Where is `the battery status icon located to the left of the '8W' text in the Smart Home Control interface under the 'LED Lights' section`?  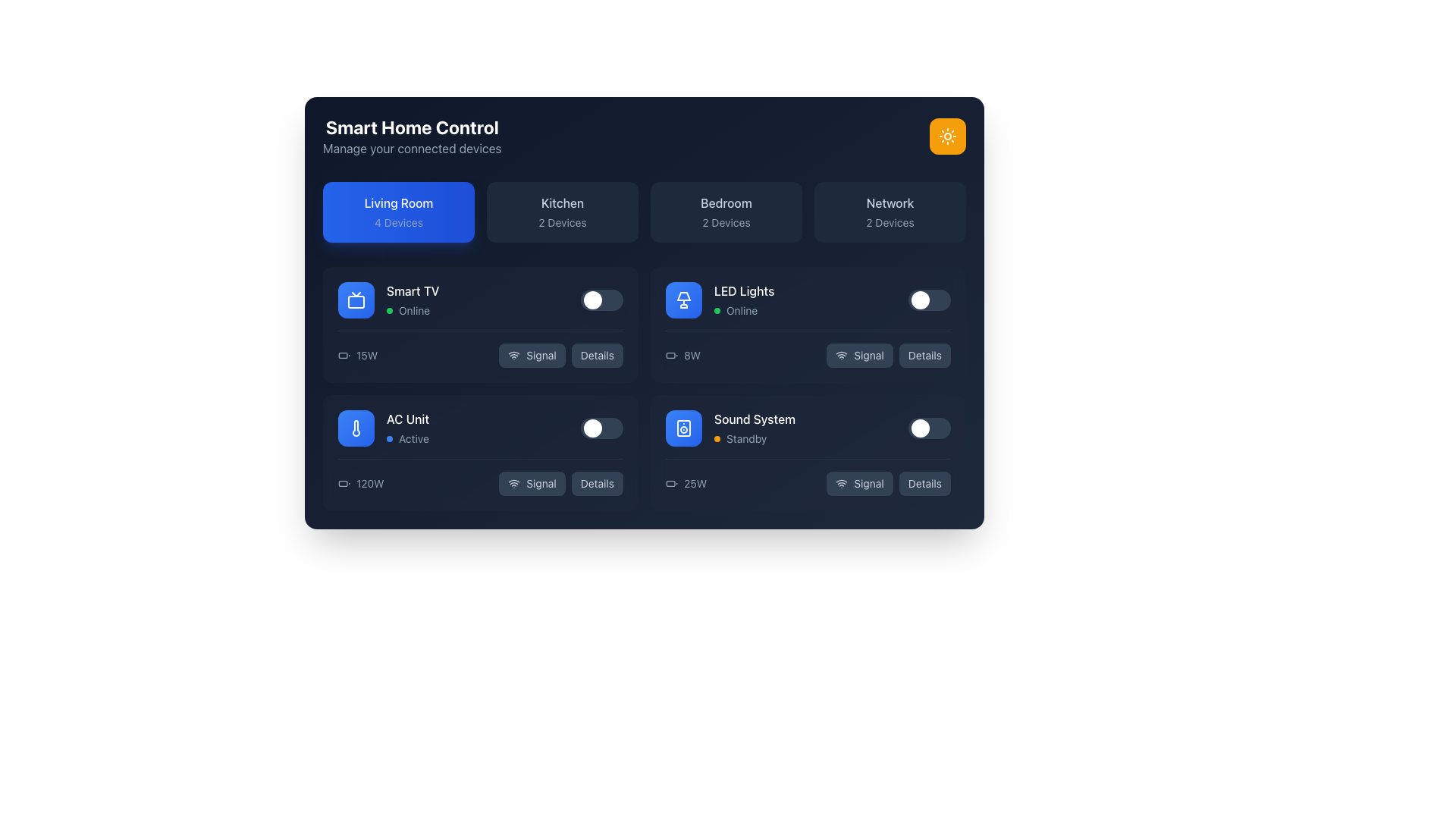
the battery status icon located to the left of the '8W' text in the Smart Home Control interface under the 'LED Lights' section is located at coordinates (671, 356).